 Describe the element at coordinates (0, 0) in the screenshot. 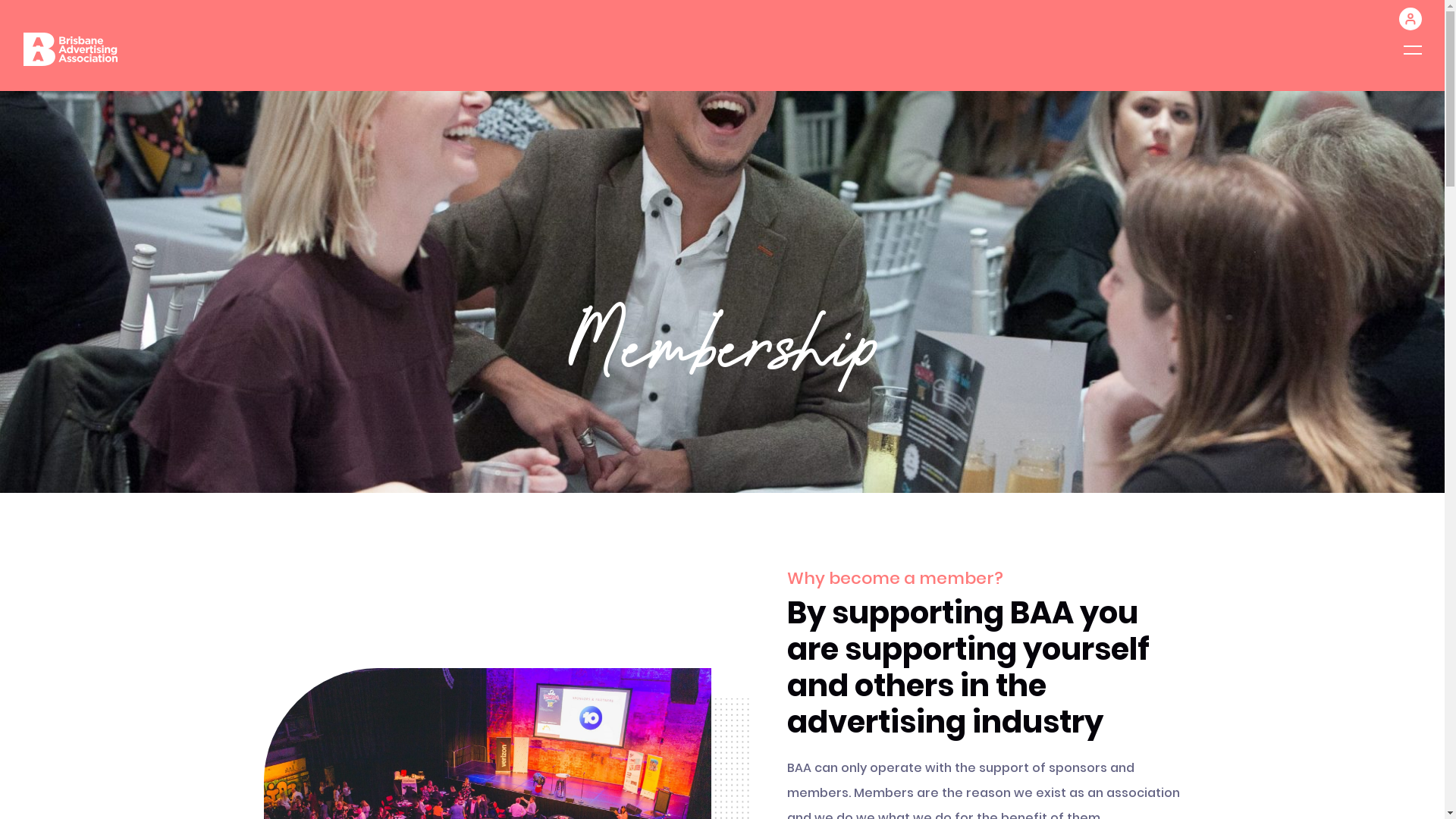

I see `'Skip to content'` at that location.